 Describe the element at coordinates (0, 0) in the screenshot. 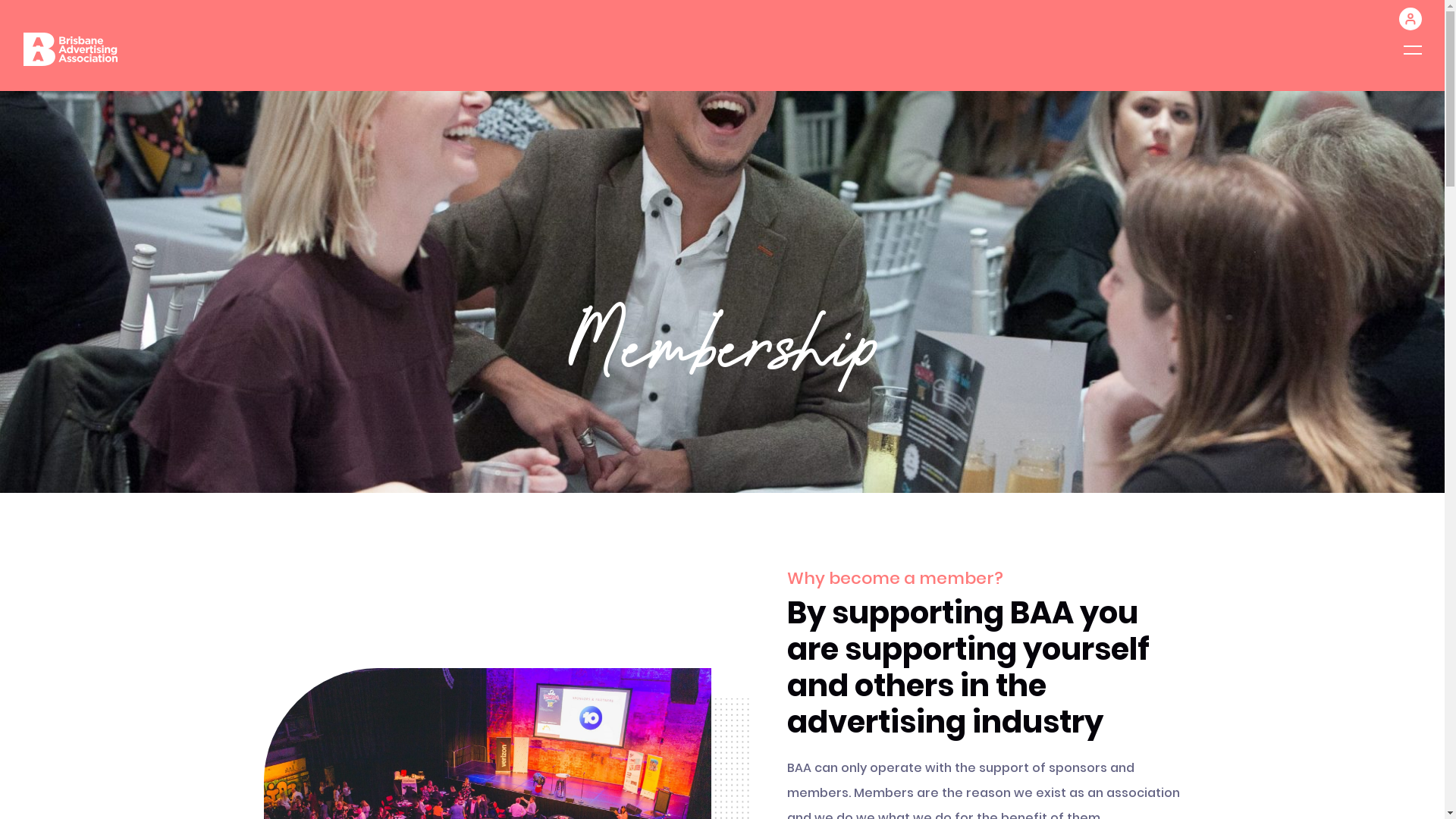

I see `'Skip to content'` at that location.